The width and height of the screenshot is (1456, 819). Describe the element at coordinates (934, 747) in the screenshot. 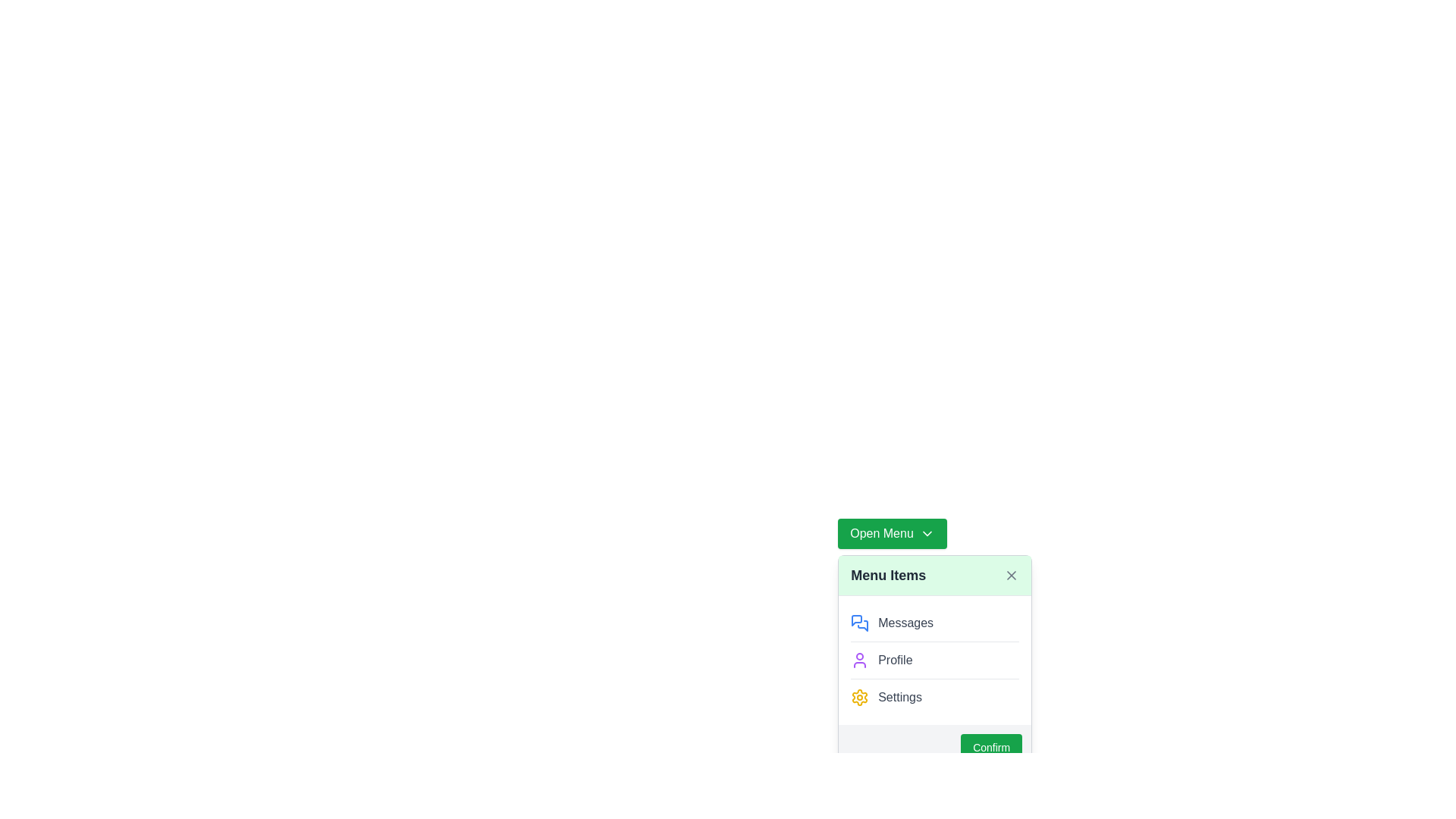

I see `the confirmation button located at the bottom-right of the dropdown menu to observe its hover state` at that location.